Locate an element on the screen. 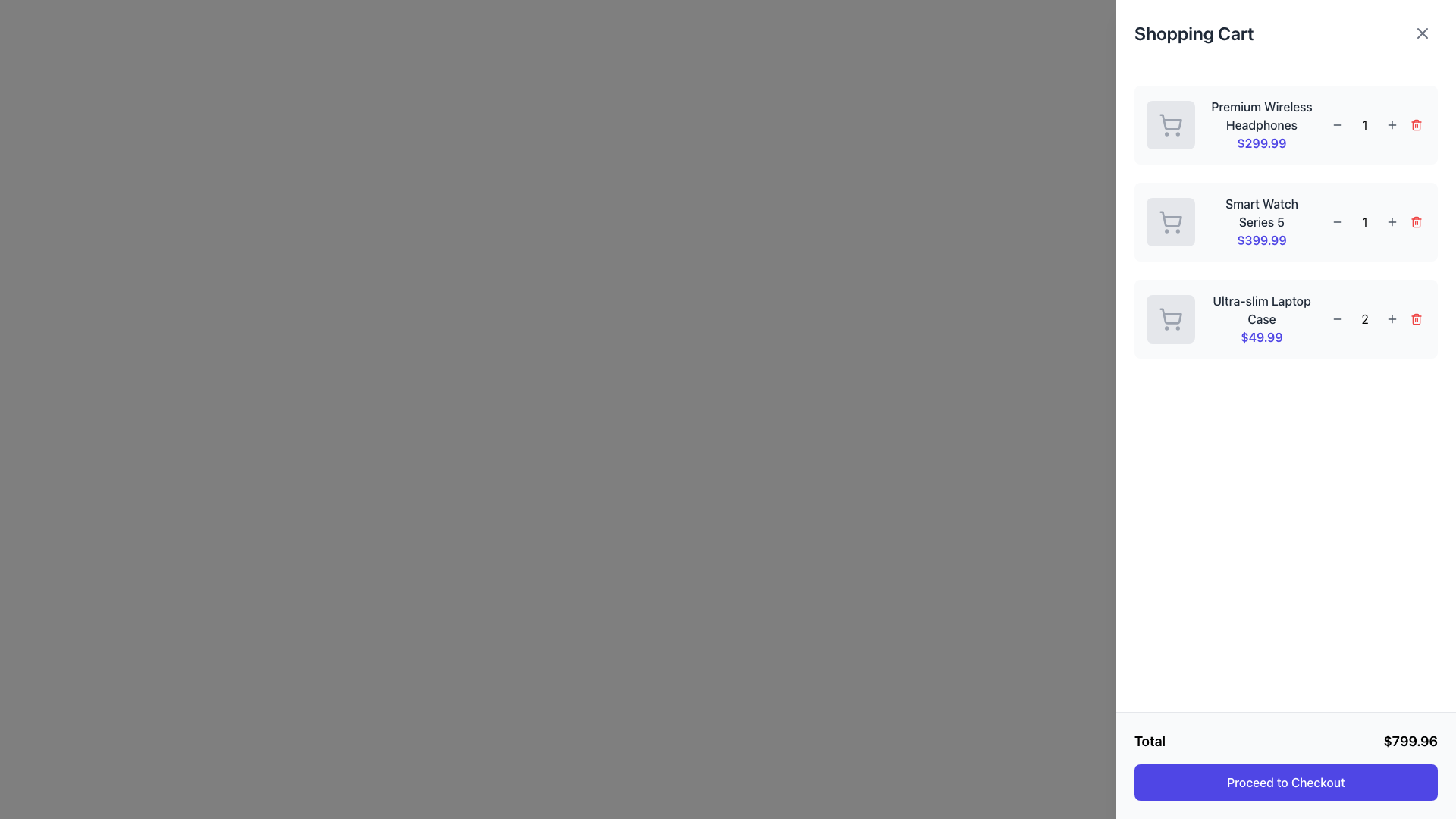 The height and width of the screenshot is (819, 1456). the shopping cart icon representing the Ultra-slim Laptop Case, which is positioned to the left of the product name is located at coordinates (1170, 315).